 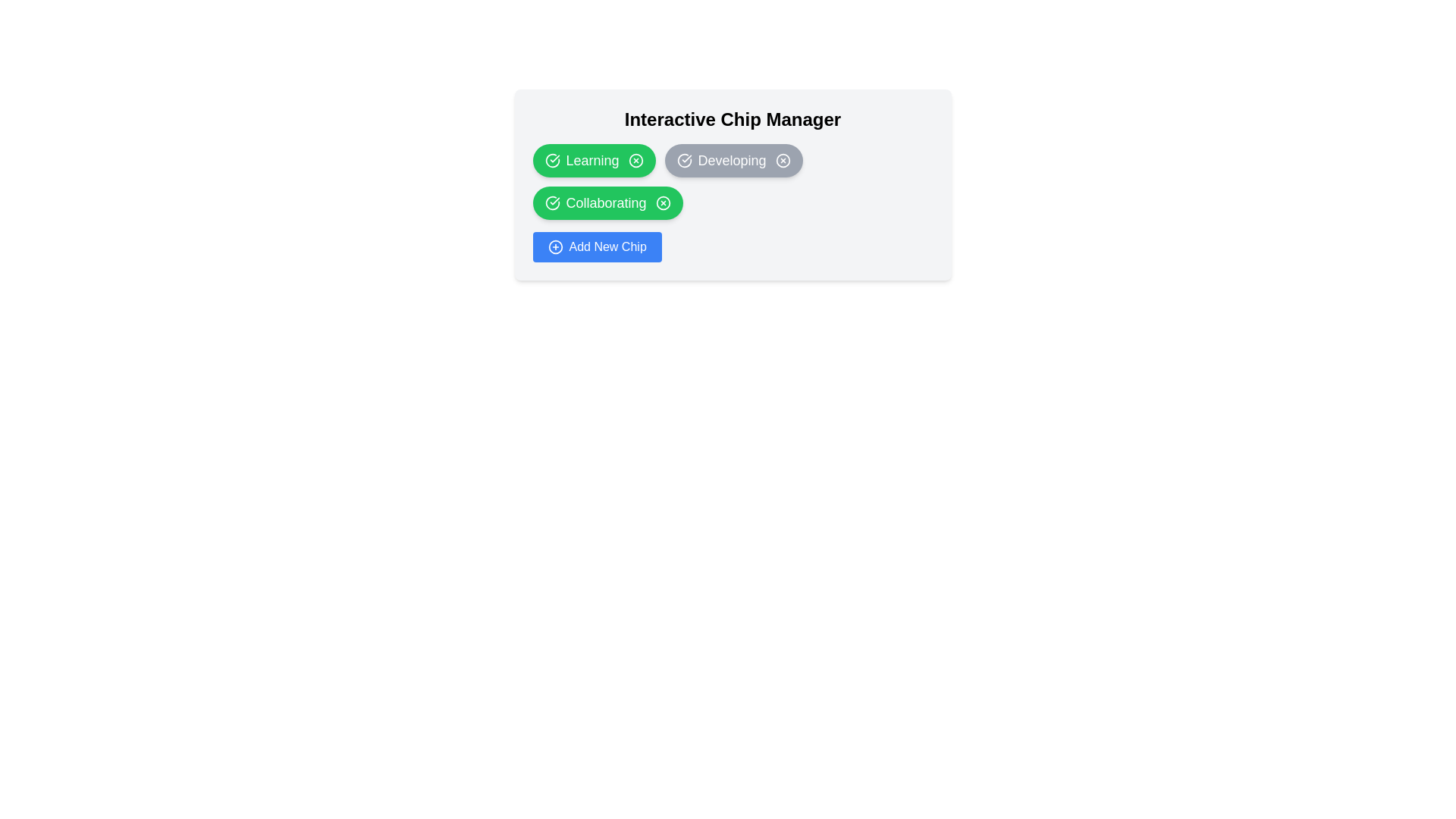 I want to click on the SVG Circle element located within the 'Collaborating' green chip, positioned to the right of the chip text and adjacent to an 'x' icon, so click(x=663, y=202).